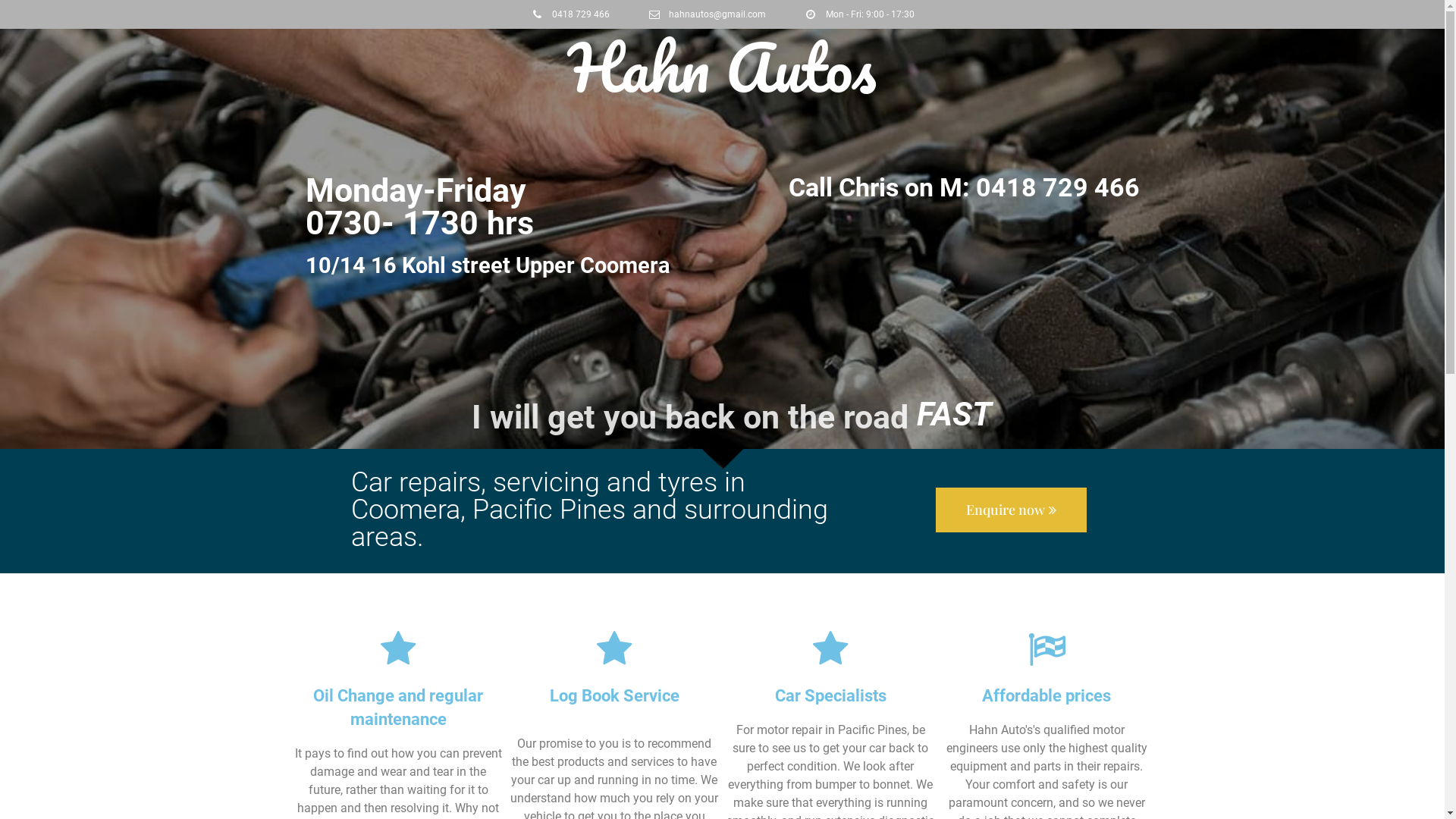 The width and height of the screenshot is (1456, 819). I want to click on '0418 729 466', so click(569, 14).